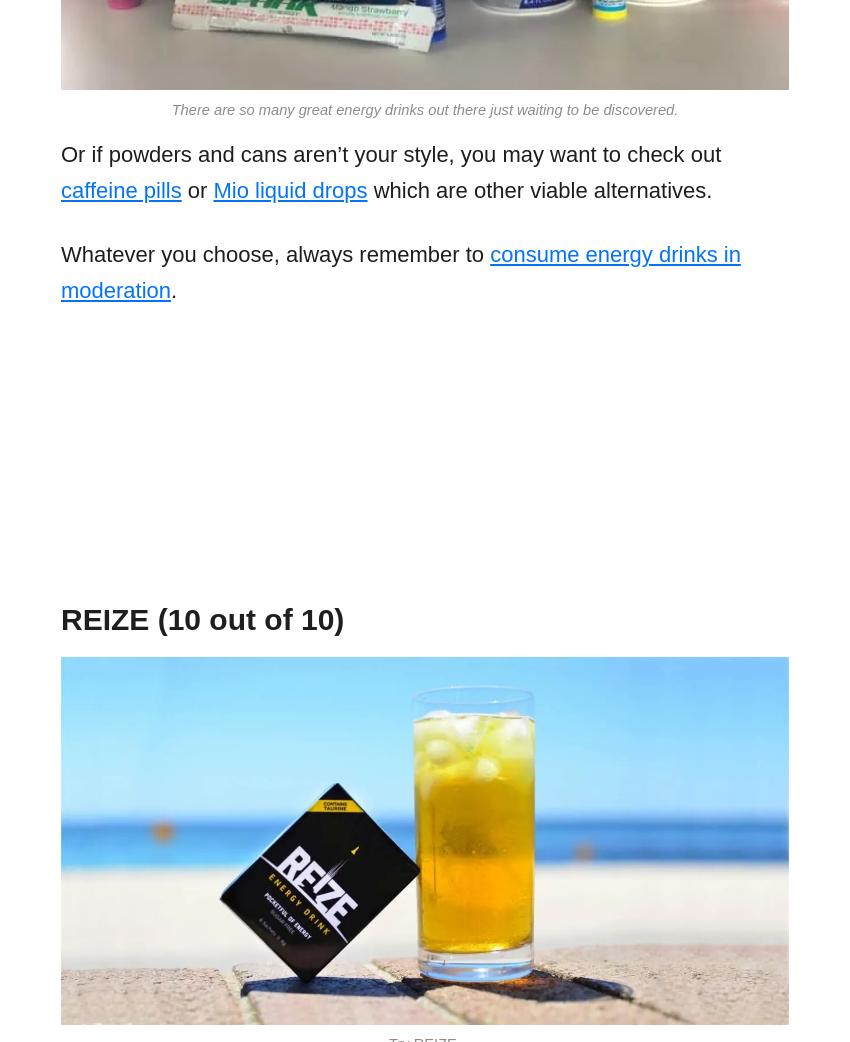 The height and width of the screenshot is (1042, 850). I want to click on 'which are other viable alternatives.', so click(366, 189).